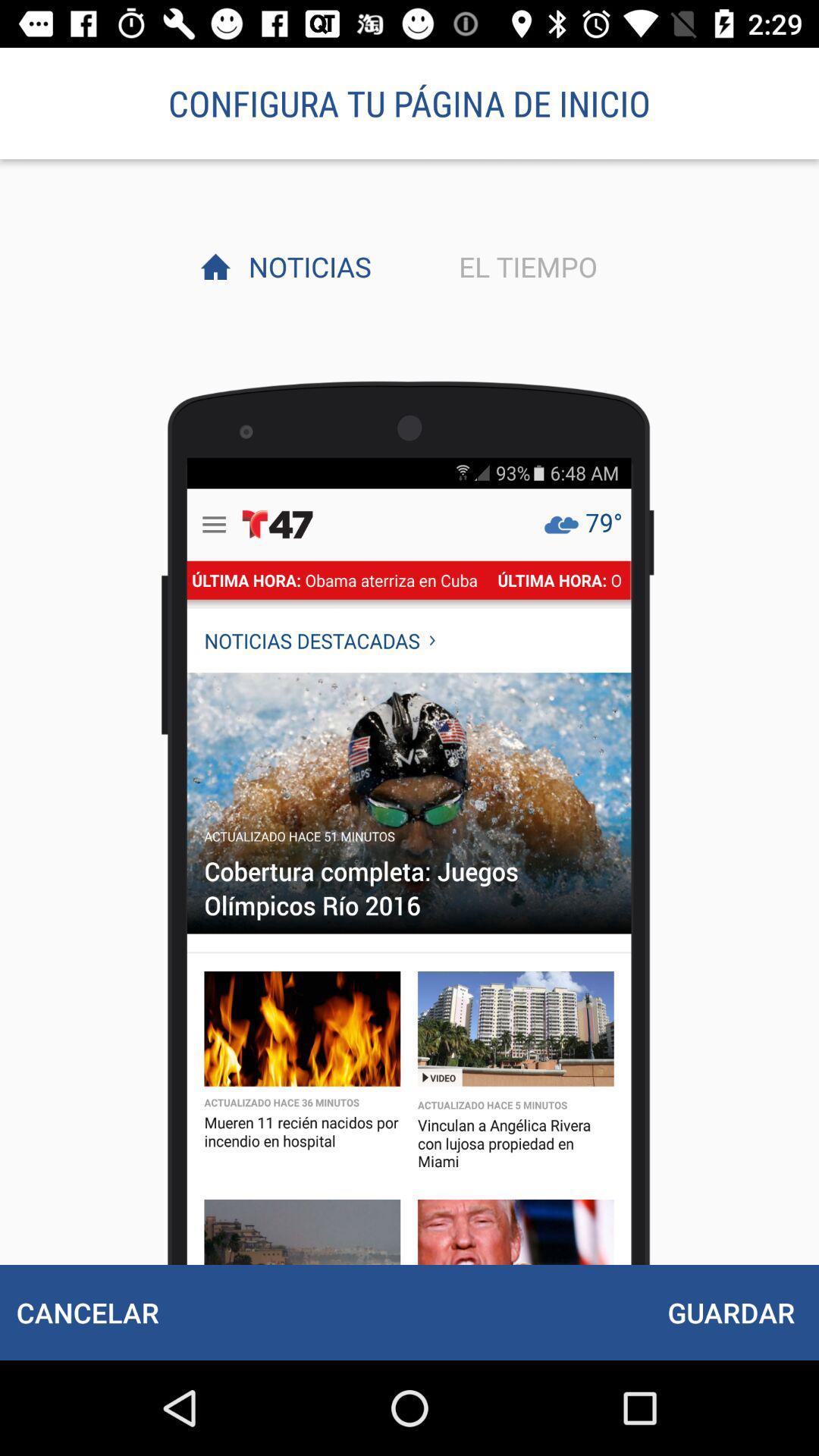  Describe the element at coordinates (730, 1312) in the screenshot. I see `icon next to the cancelar item` at that location.